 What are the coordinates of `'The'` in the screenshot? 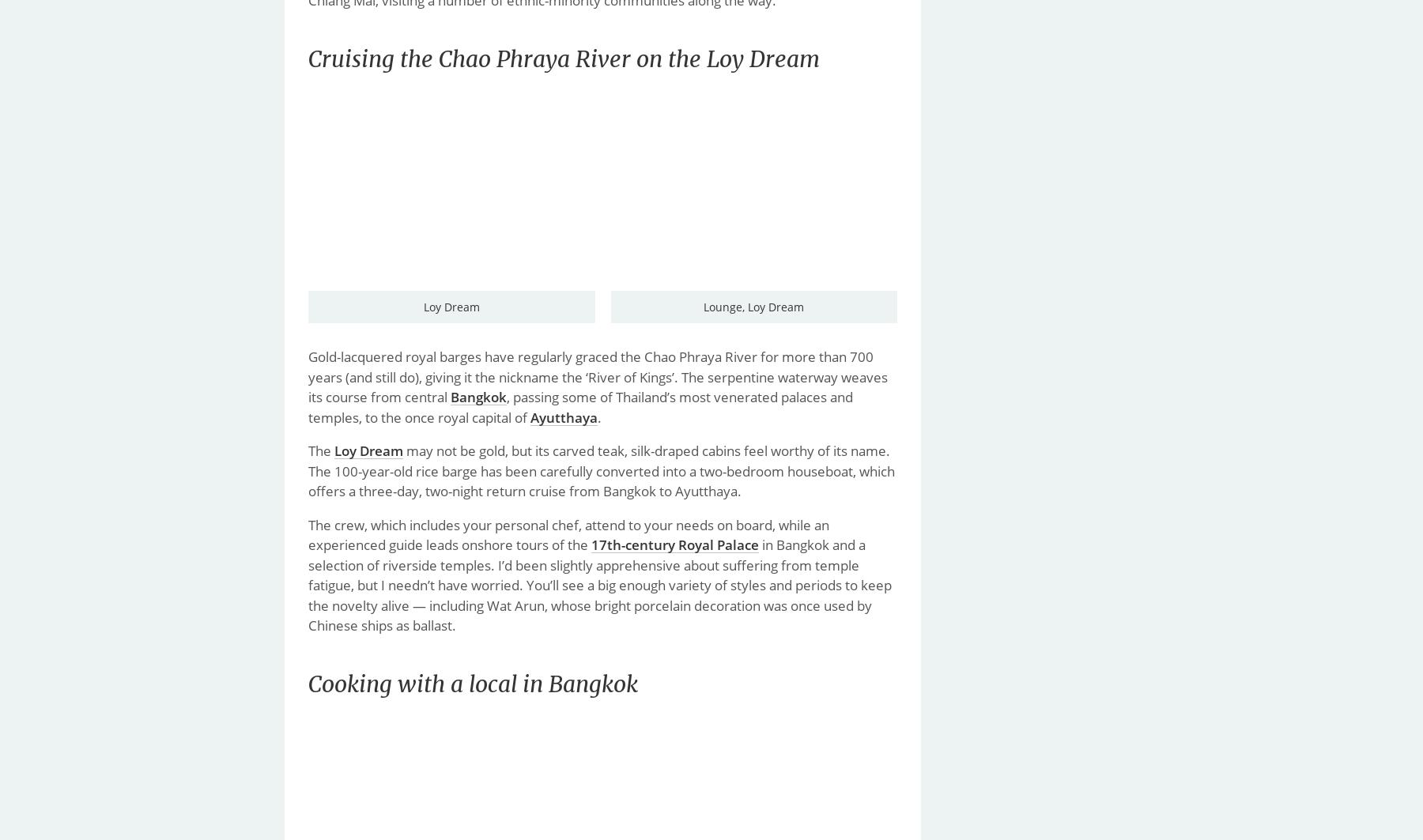 It's located at (321, 450).